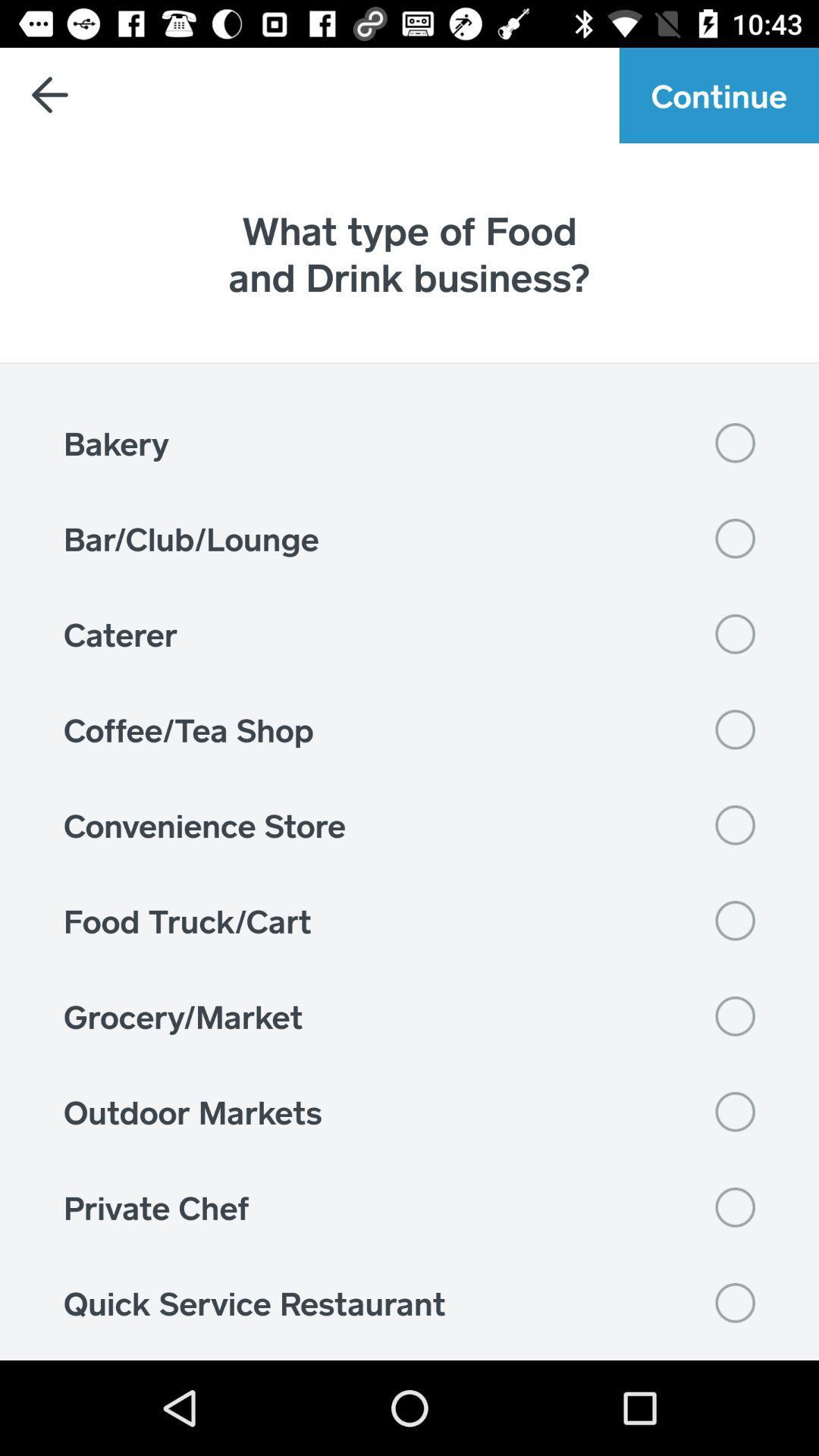  What do you see at coordinates (718, 94) in the screenshot?
I see `the continue at the top right corner` at bounding box center [718, 94].